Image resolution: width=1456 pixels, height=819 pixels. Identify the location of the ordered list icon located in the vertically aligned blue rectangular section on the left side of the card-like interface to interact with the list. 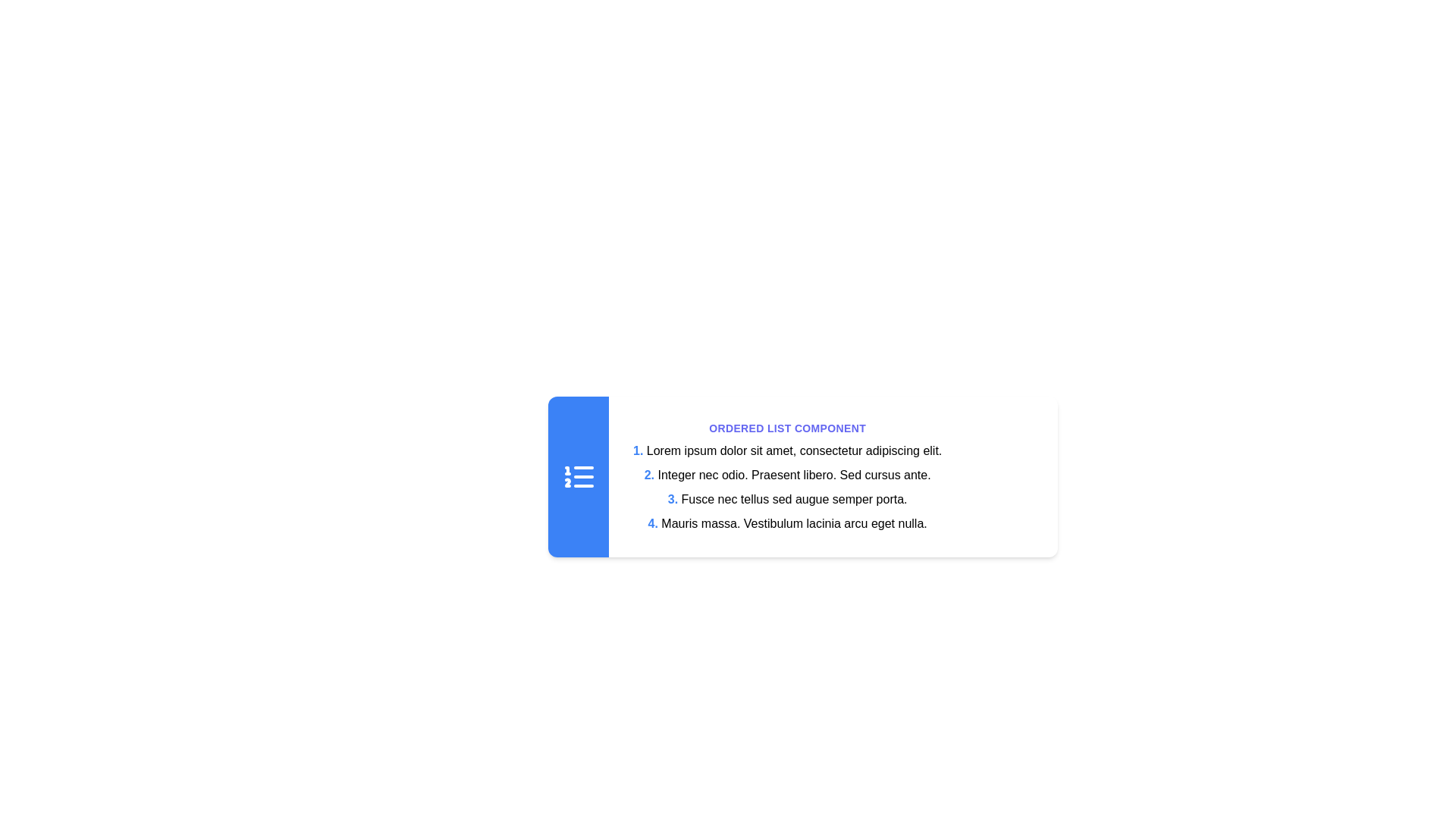
(578, 475).